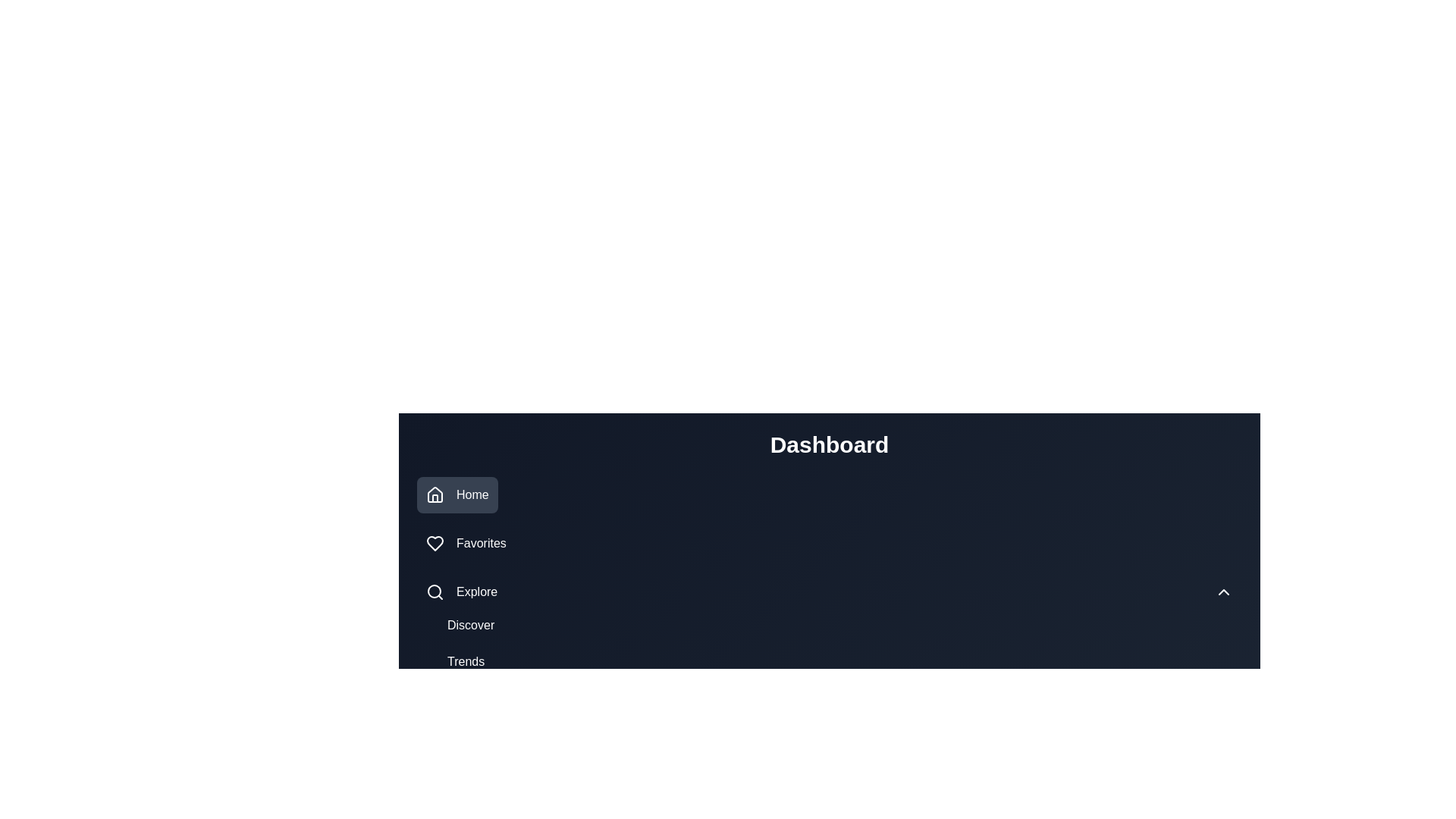 The width and height of the screenshot is (1456, 819). What do you see at coordinates (435, 591) in the screenshot?
I see `the search icon located to the left of the 'Explore' label in the vertical navigation menu, which represents the search functionality` at bounding box center [435, 591].